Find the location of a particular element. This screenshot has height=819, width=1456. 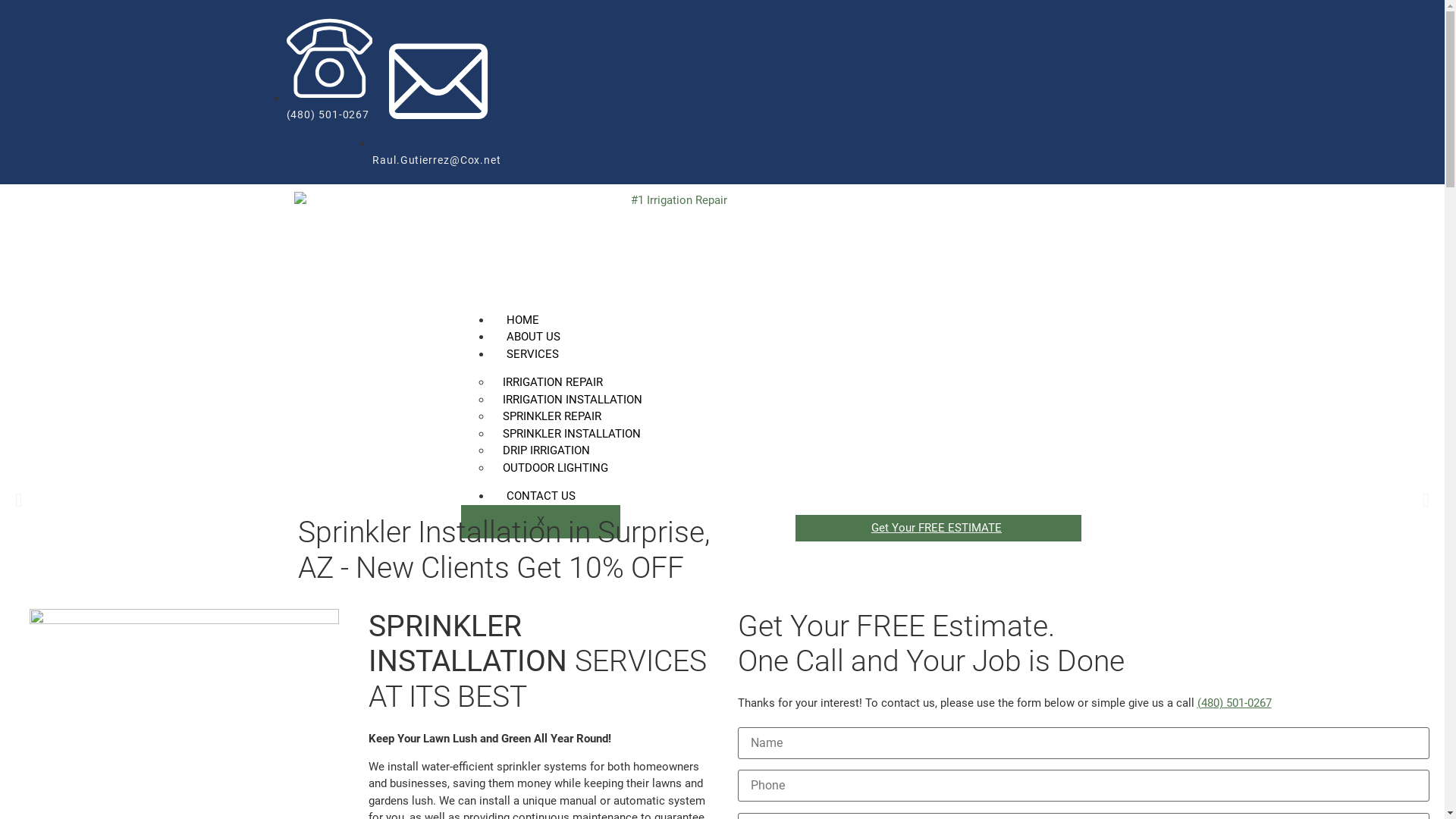

'SPRINKLER INSTALLATION' is located at coordinates (491, 433).